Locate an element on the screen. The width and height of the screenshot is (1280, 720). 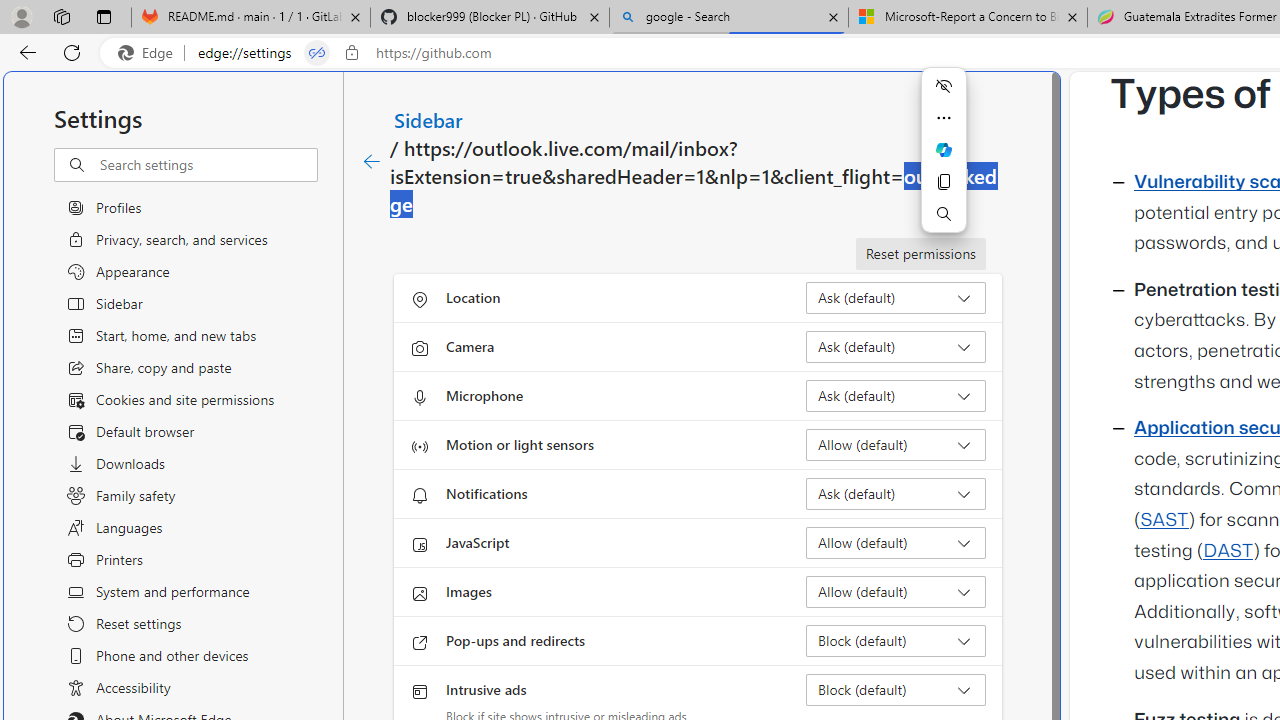
'Camera Ask (default)' is located at coordinates (895, 346).